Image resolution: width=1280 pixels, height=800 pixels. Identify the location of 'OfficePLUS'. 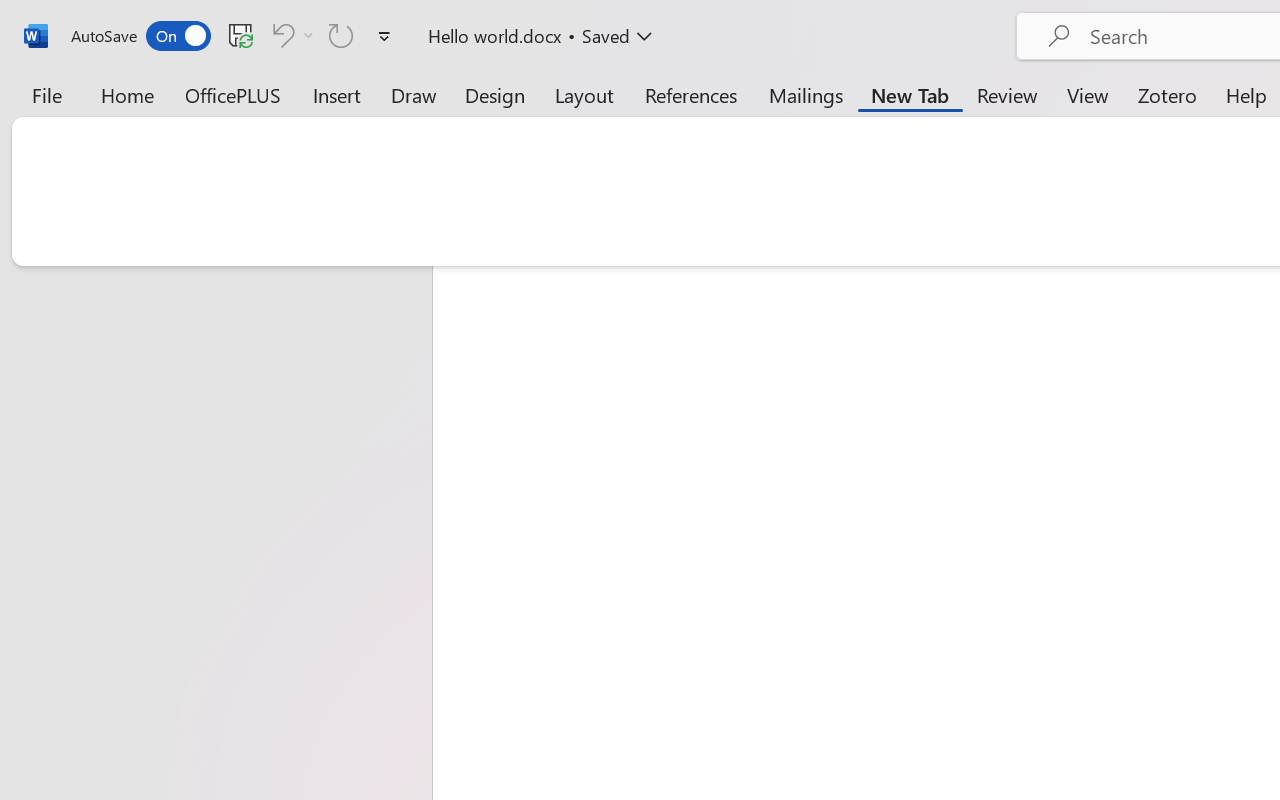
(233, 94).